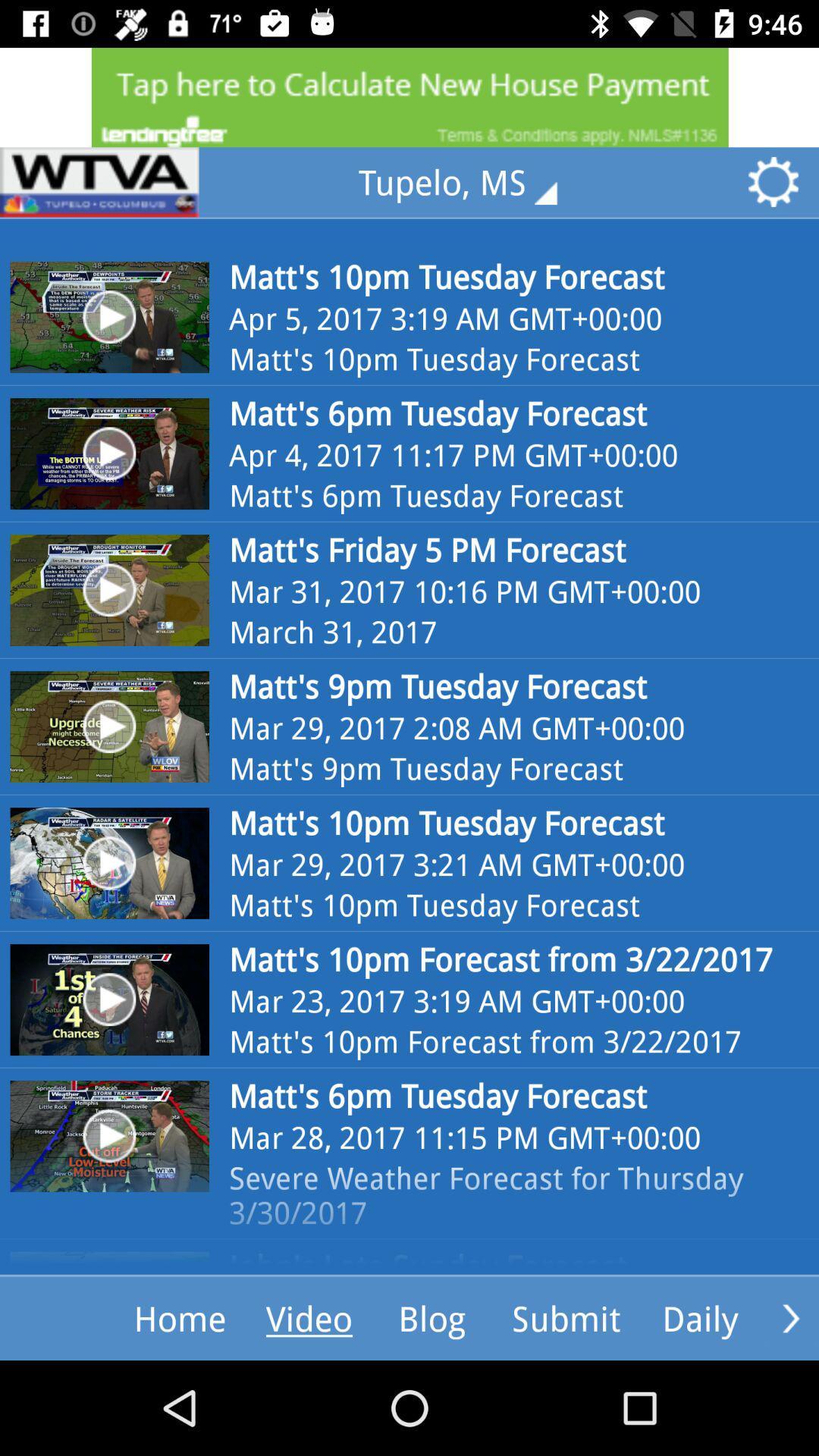 The image size is (819, 1456). Describe the element at coordinates (468, 182) in the screenshot. I see `the tupelo, ms icon` at that location.